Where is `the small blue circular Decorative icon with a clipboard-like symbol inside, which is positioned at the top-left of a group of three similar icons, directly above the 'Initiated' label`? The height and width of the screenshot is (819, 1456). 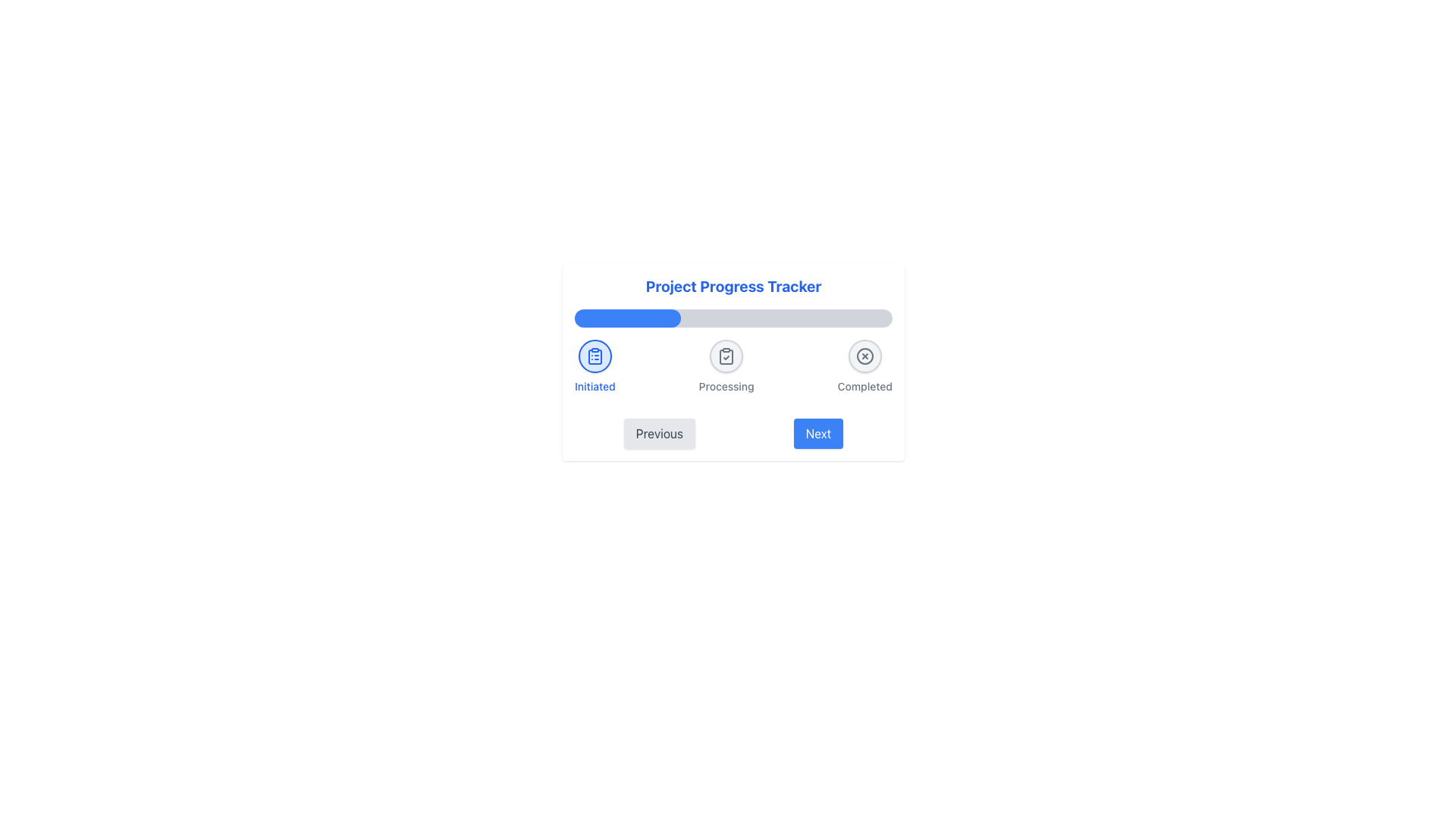 the small blue circular Decorative icon with a clipboard-like symbol inside, which is positioned at the top-left of a group of three similar icons, directly above the 'Initiated' label is located at coordinates (594, 356).